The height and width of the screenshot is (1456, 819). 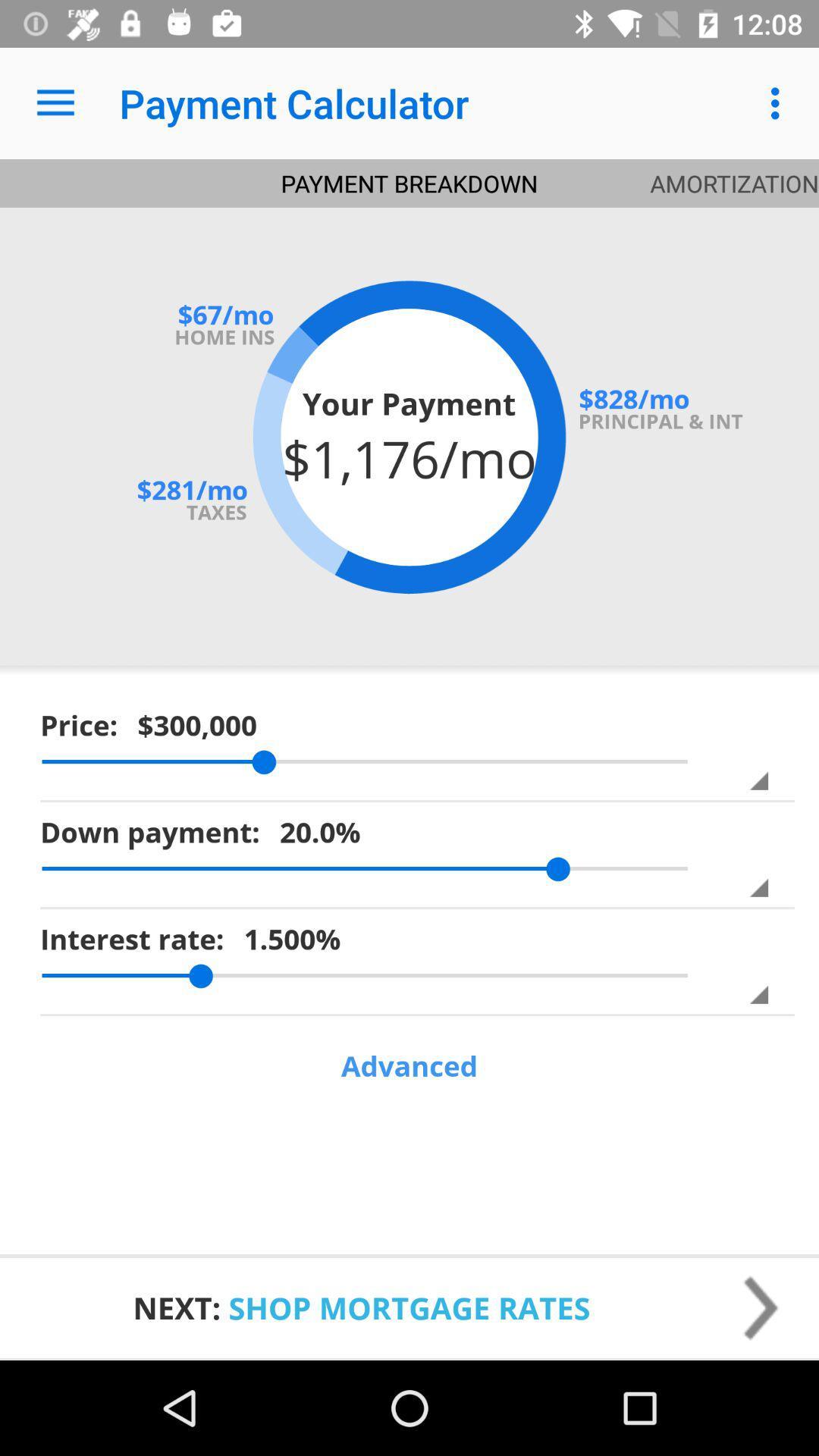 What do you see at coordinates (409, 1065) in the screenshot?
I see `advanced item` at bounding box center [409, 1065].